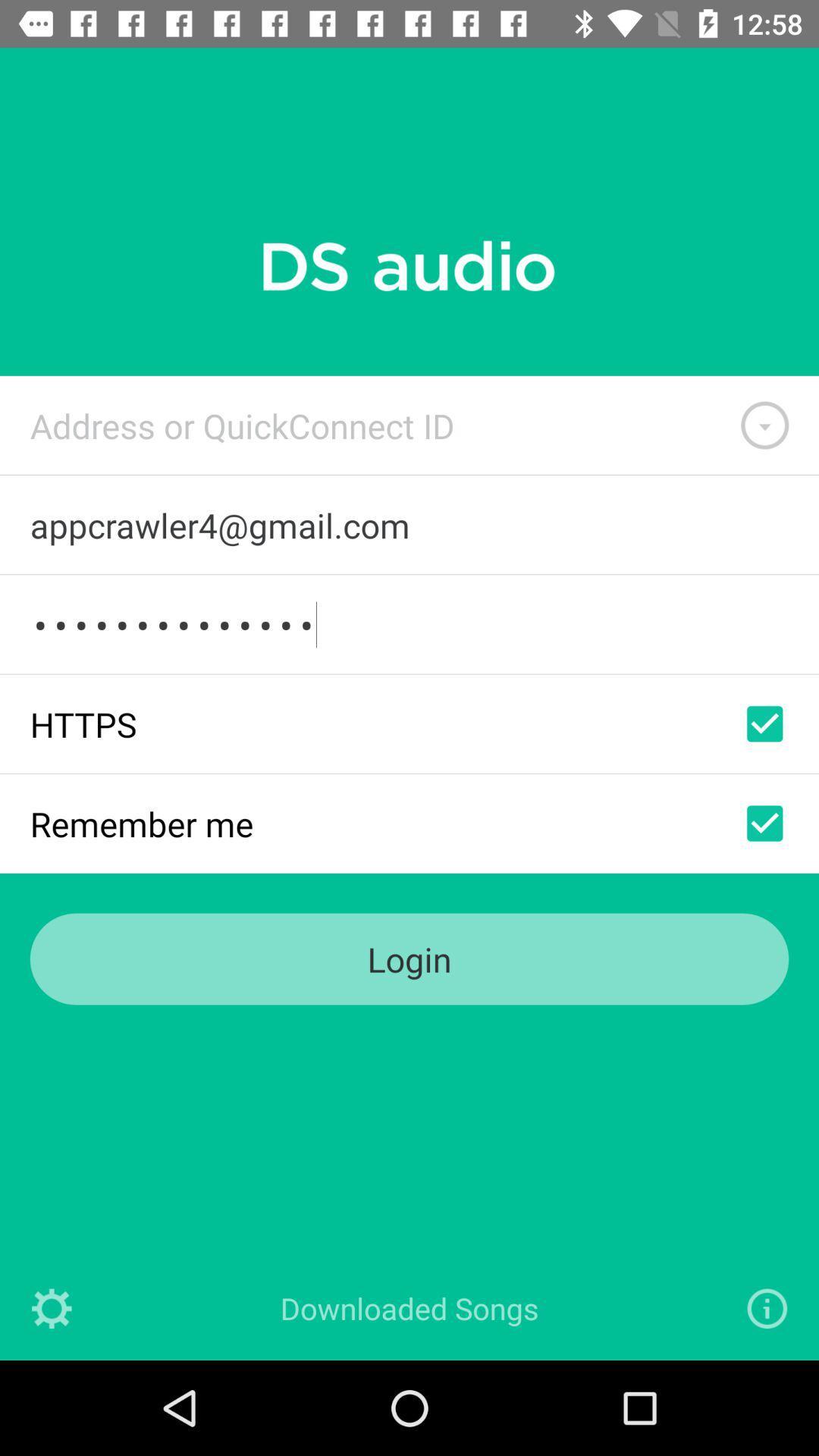 This screenshot has width=819, height=1456. Describe the element at coordinates (764, 822) in the screenshot. I see `remember update` at that location.